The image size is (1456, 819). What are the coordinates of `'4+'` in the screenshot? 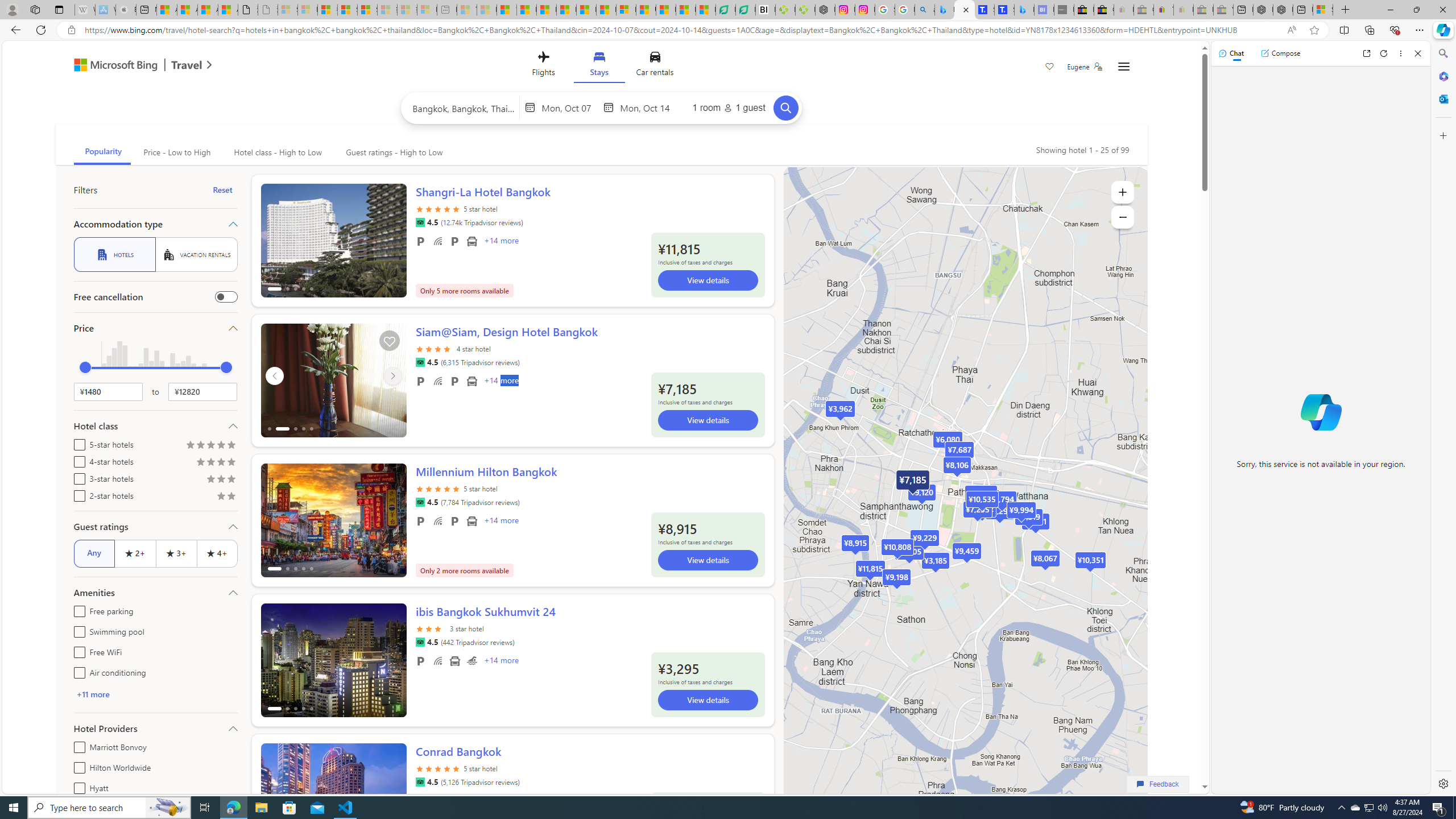 It's located at (216, 553).